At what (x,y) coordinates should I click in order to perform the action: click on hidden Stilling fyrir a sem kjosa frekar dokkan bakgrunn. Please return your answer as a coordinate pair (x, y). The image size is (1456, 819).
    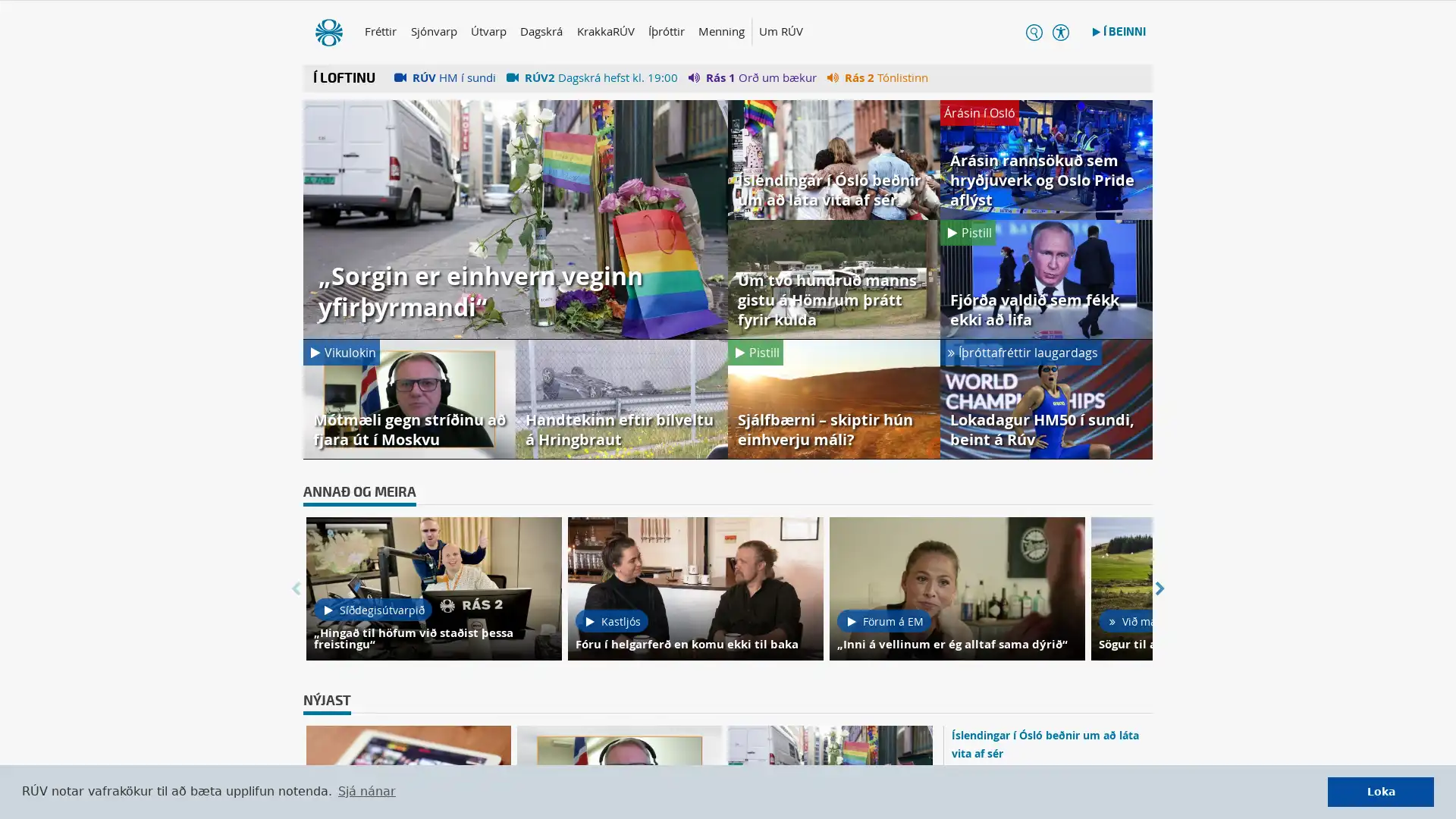
    Looking at the image, I should click on (1045, 34).